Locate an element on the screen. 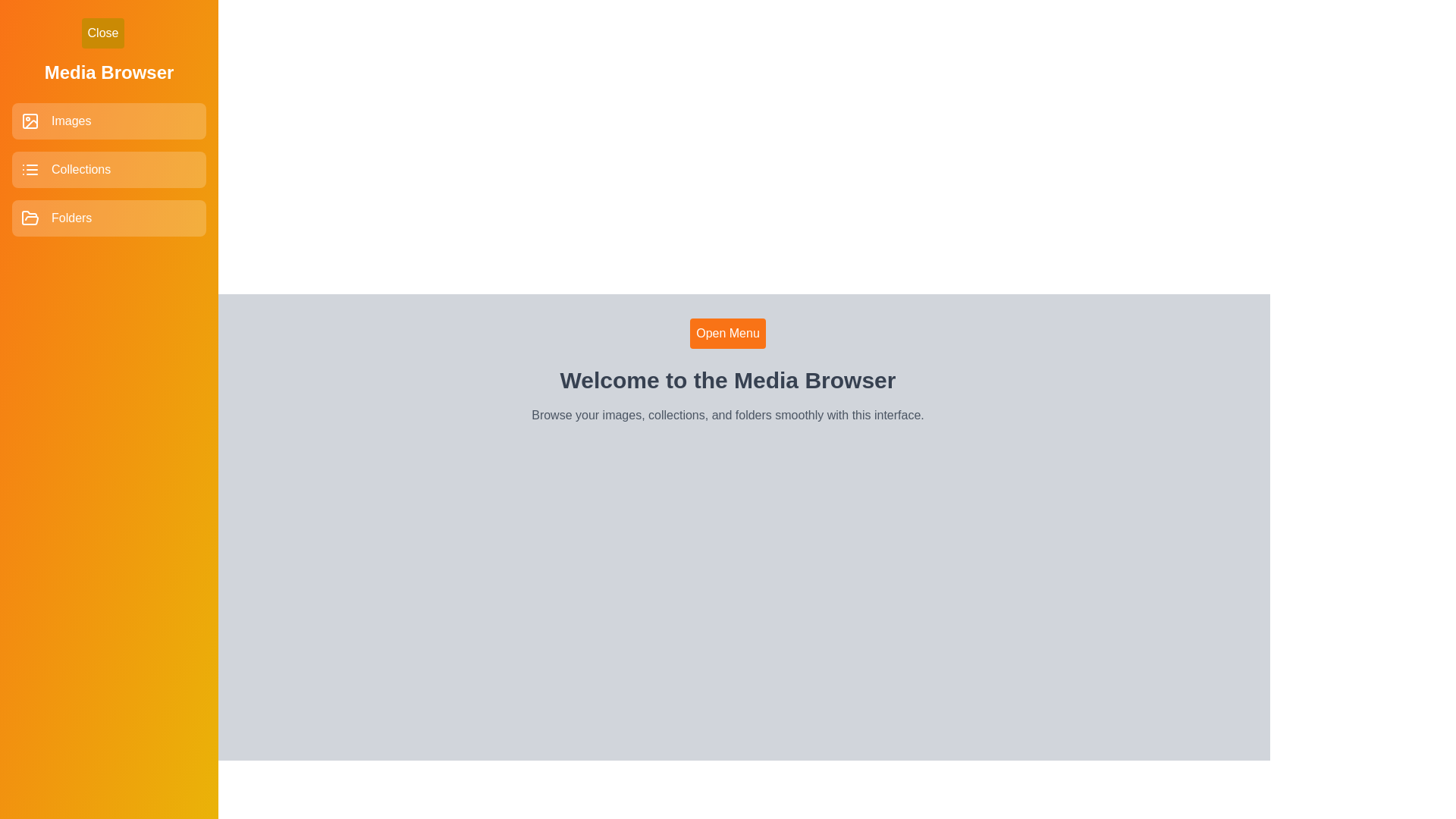 The image size is (1456, 819). 'Close' button to toggle the sidebar visibility is located at coordinates (102, 33).